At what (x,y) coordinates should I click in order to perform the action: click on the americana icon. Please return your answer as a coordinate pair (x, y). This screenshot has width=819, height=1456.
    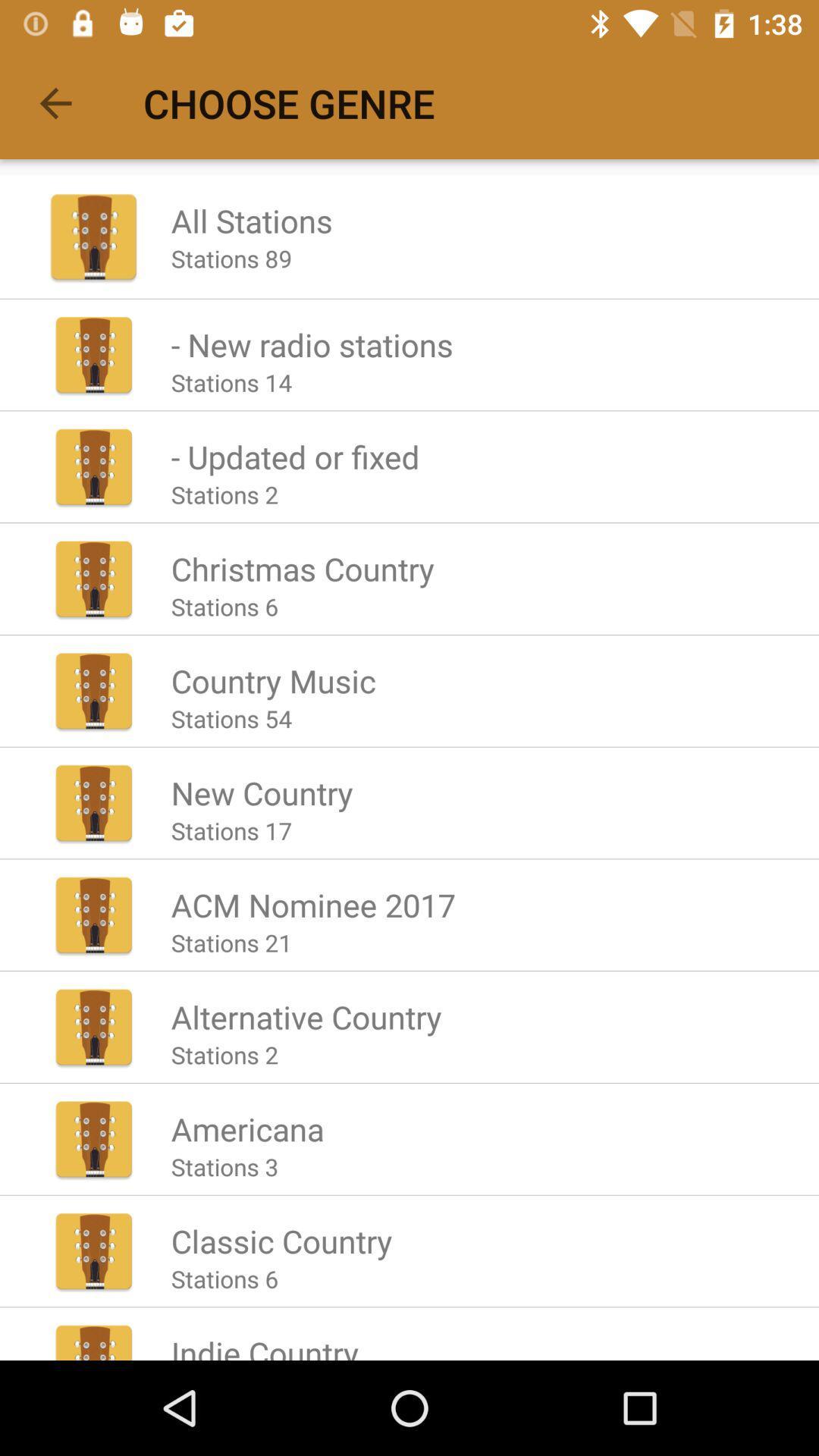
    Looking at the image, I should click on (246, 1128).